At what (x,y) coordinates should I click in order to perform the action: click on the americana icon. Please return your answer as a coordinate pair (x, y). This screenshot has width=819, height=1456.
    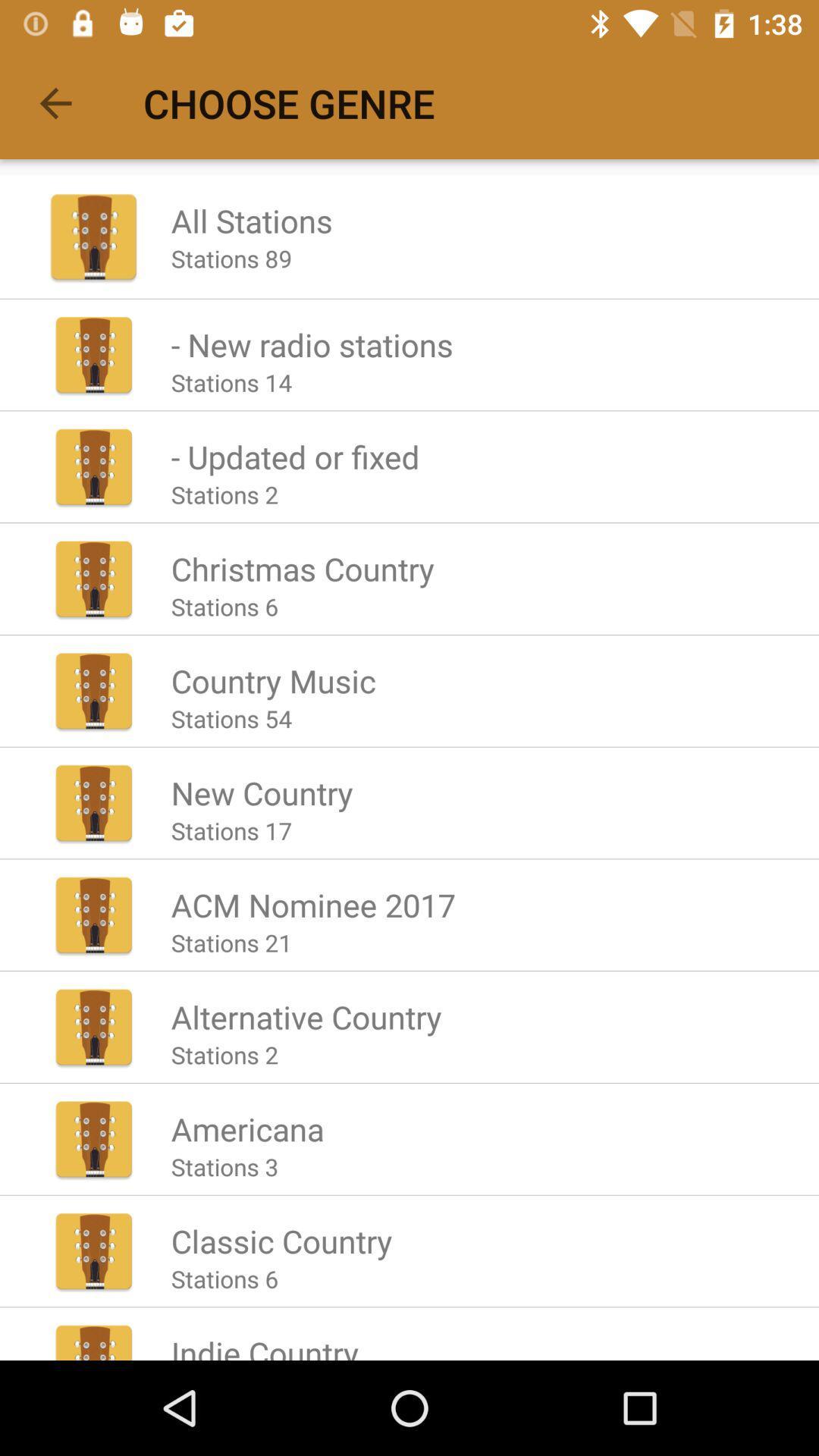
    Looking at the image, I should click on (246, 1128).